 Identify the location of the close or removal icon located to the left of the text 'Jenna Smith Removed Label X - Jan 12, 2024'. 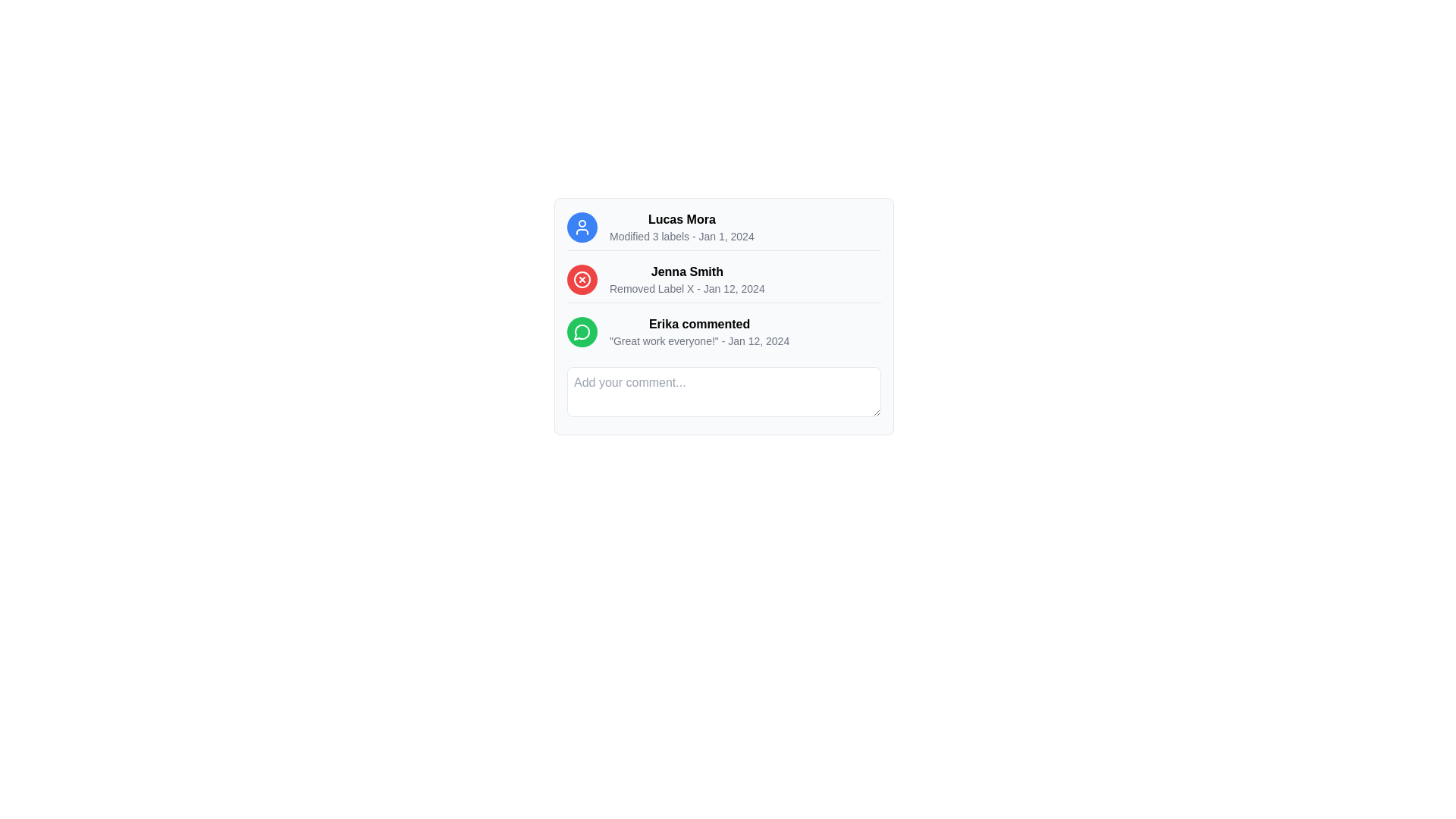
(582, 280).